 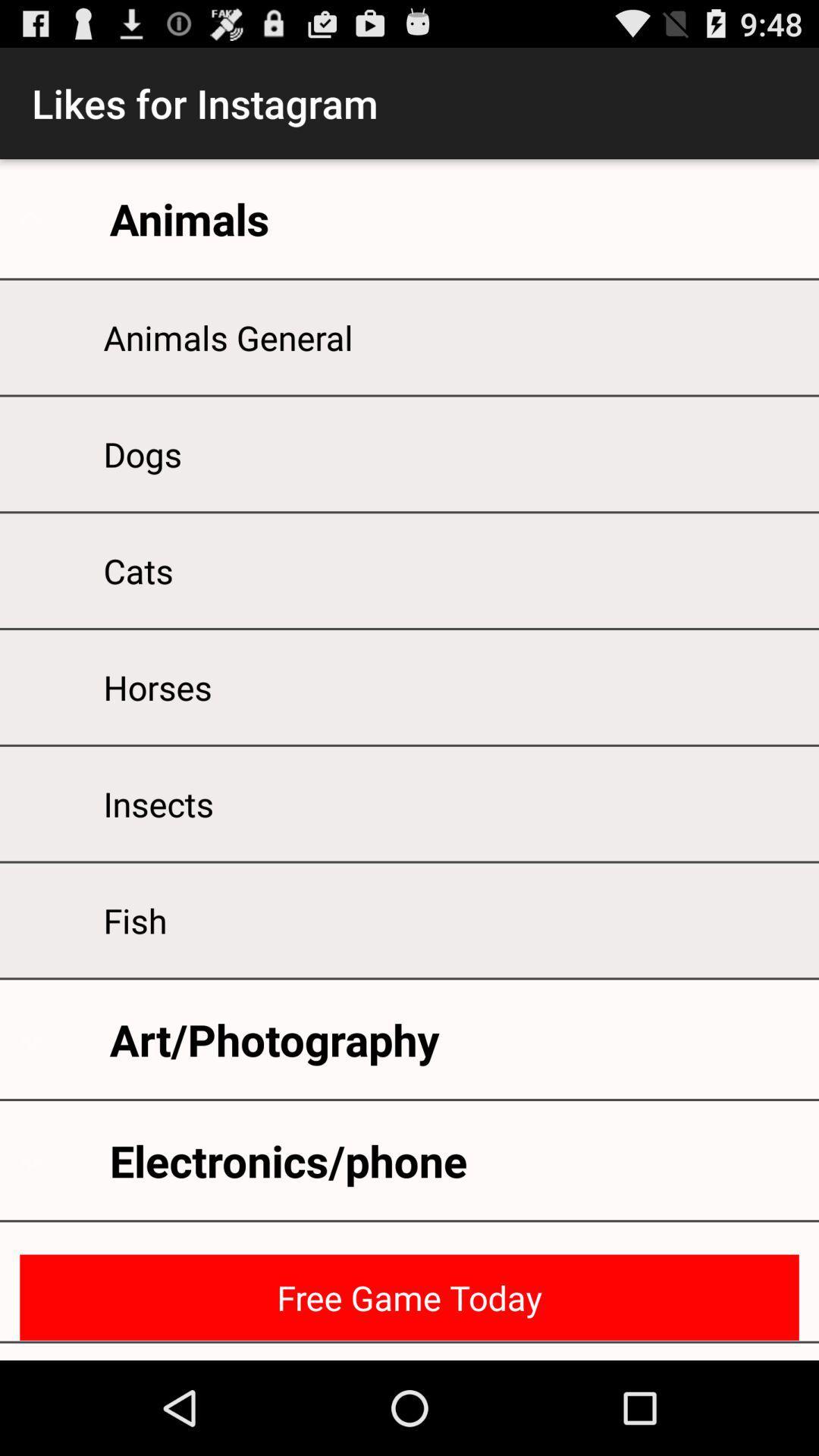 What do you see at coordinates (409, 1297) in the screenshot?
I see `the free game today app` at bounding box center [409, 1297].